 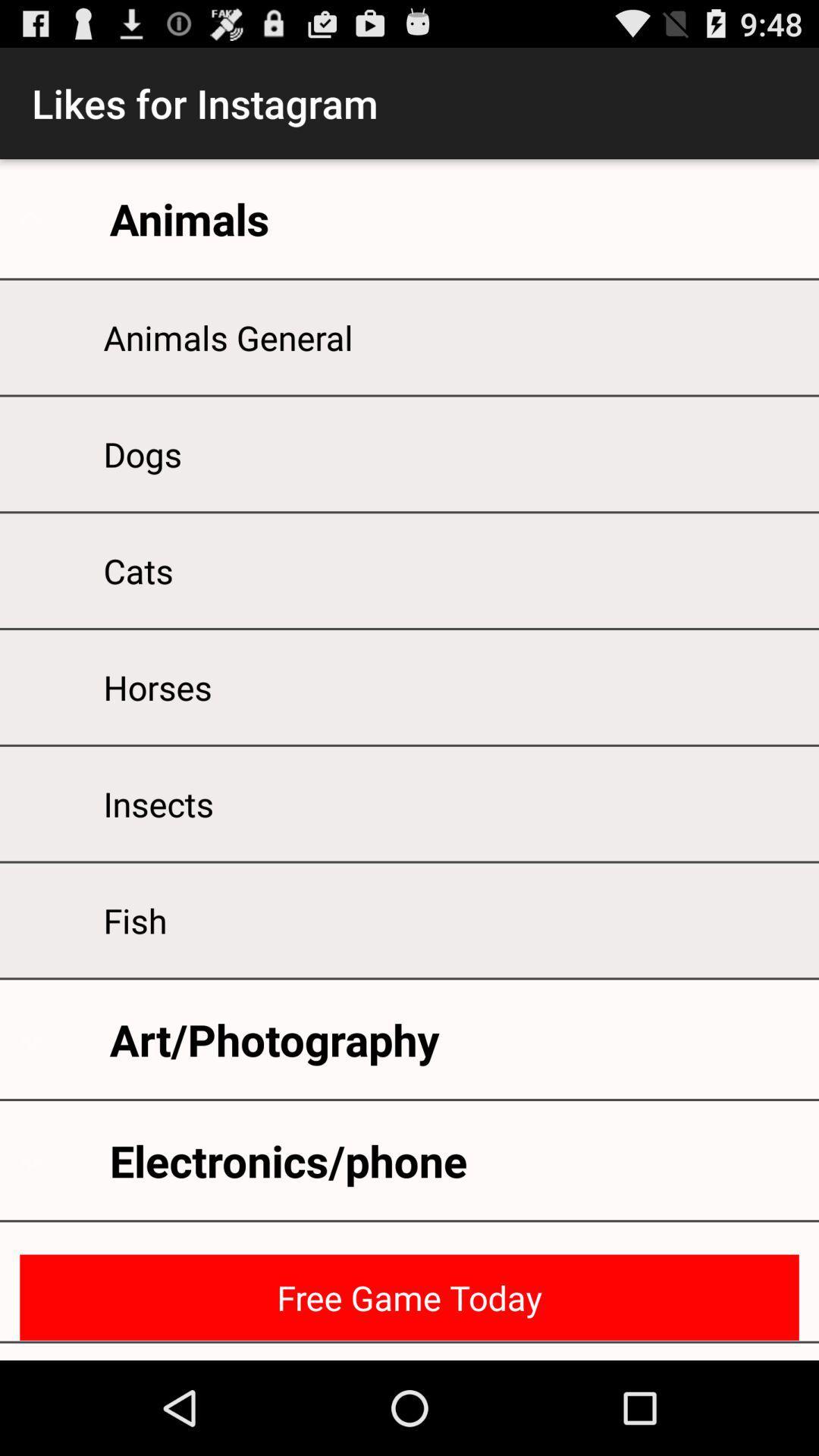 What do you see at coordinates (409, 1297) in the screenshot?
I see `the free game today app` at bounding box center [409, 1297].